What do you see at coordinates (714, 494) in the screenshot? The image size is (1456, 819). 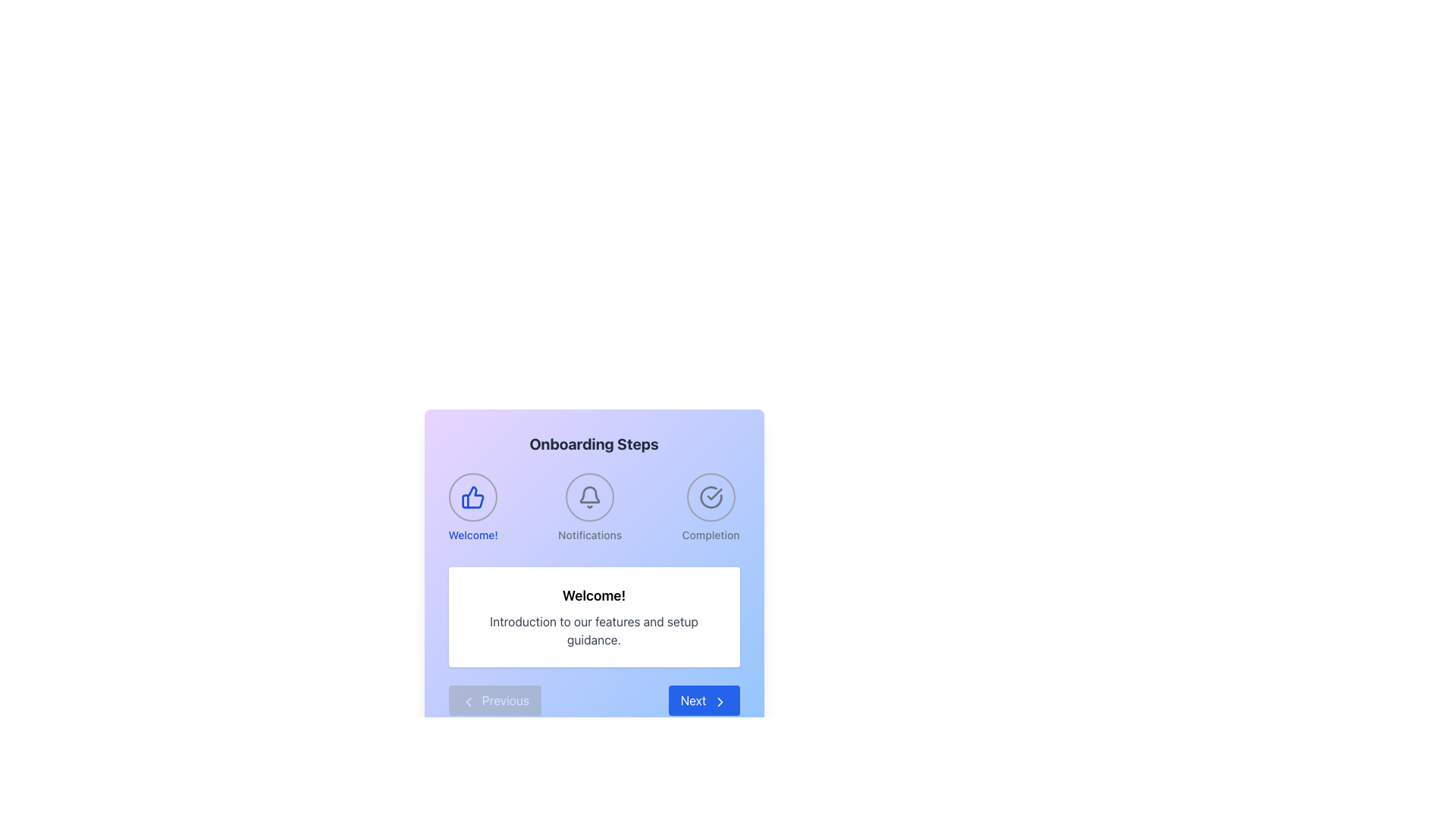 I see `the checkmark icon within the circular 'Completion' symbol in the 'Onboarding Steps' interface` at bounding box center [714, 494].